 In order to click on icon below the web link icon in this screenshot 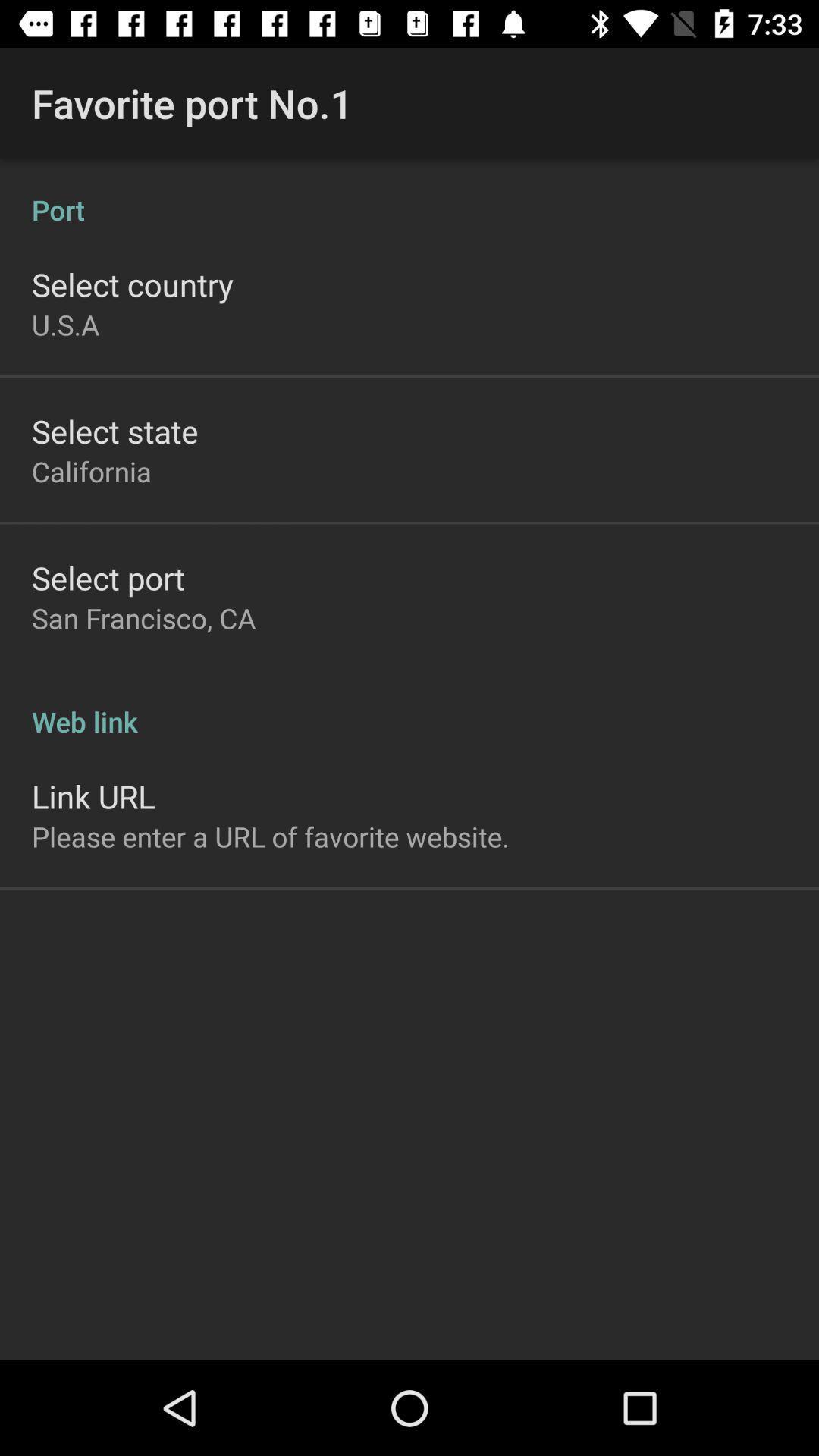, I will do `click(93, 795)`.